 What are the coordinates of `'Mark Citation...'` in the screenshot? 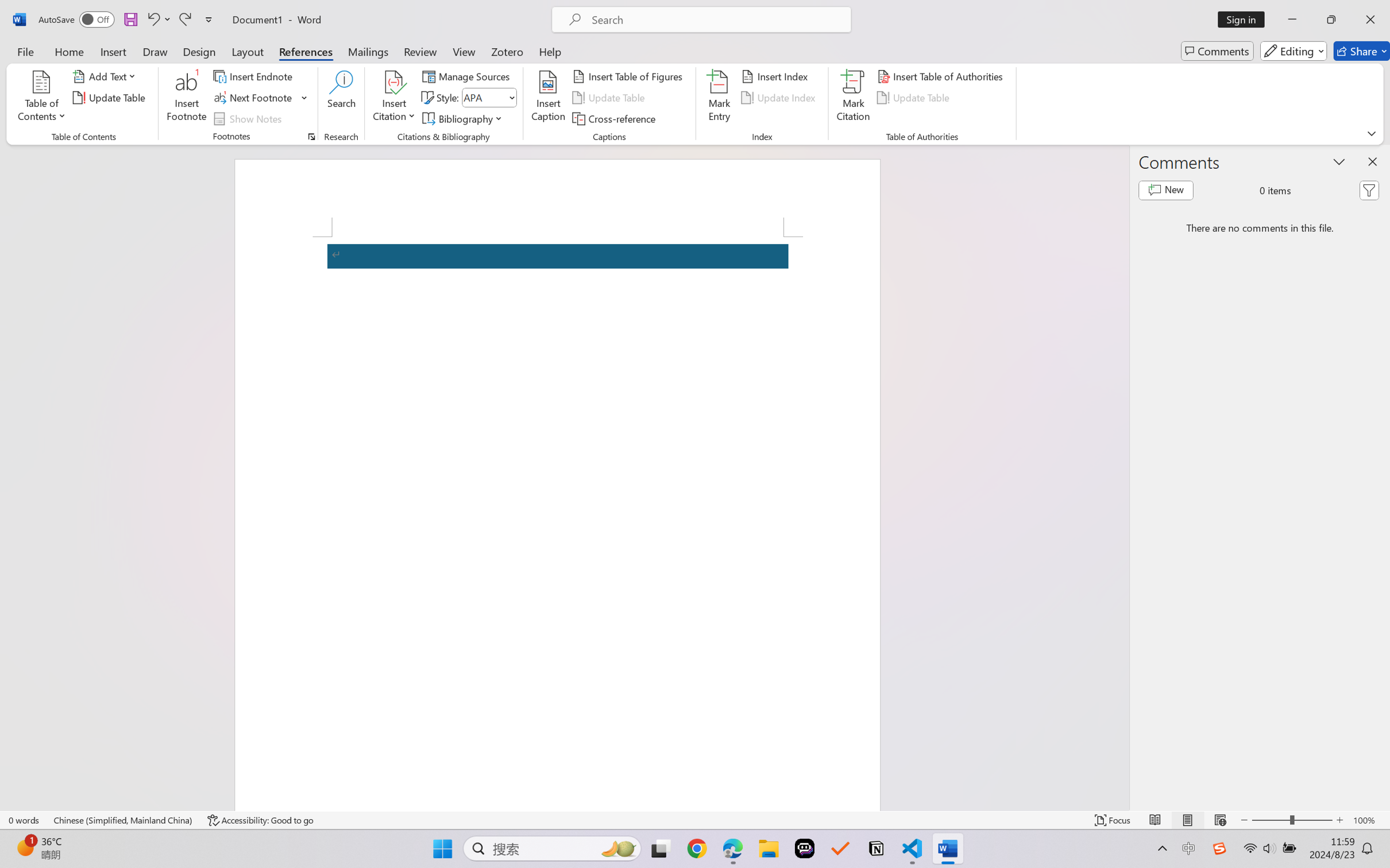 It's located at (852, 98).